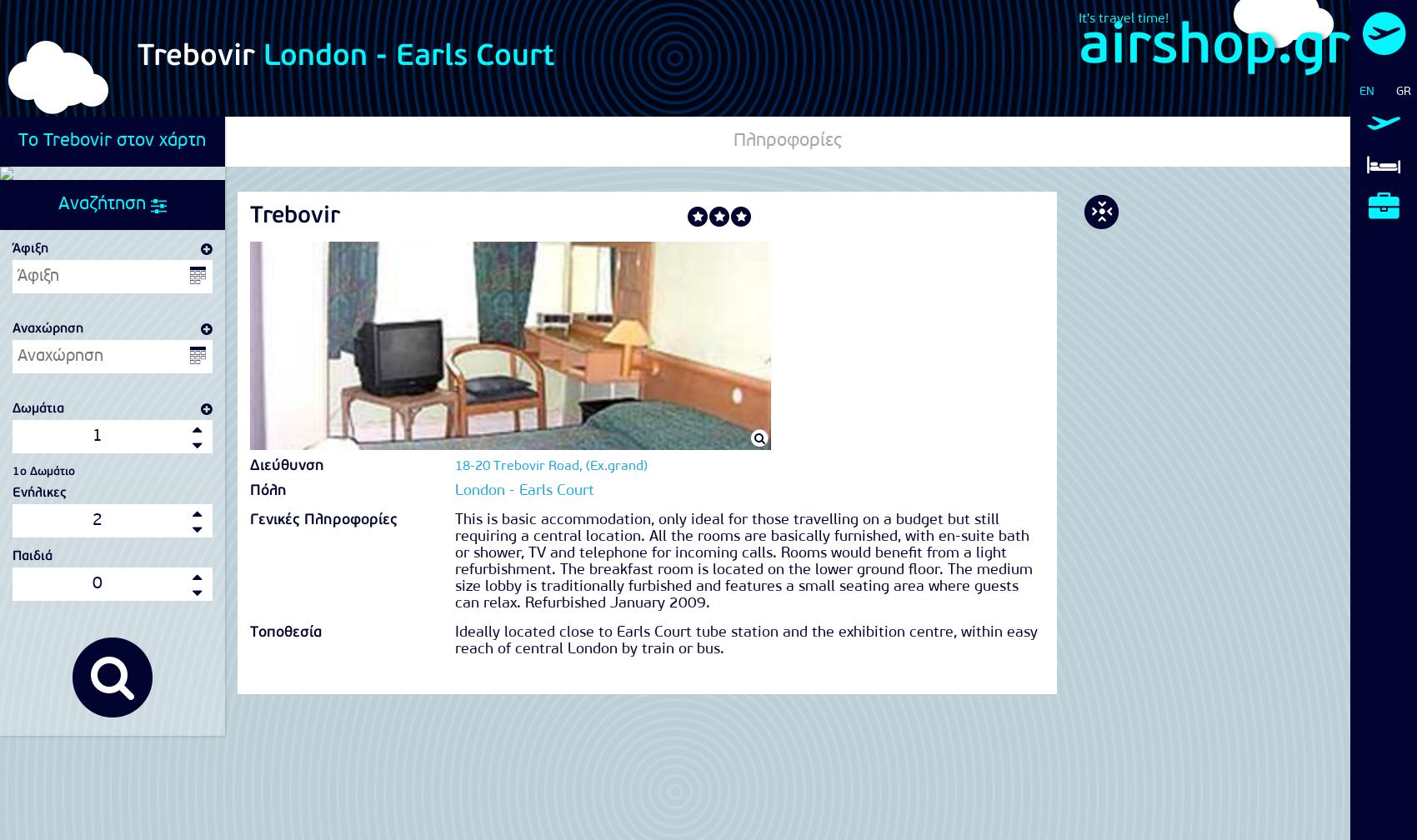 The width and height of the screenshot is (1417, 840). I want to click on 'Το Trebovir στον χάρτη', so click(111, 140).